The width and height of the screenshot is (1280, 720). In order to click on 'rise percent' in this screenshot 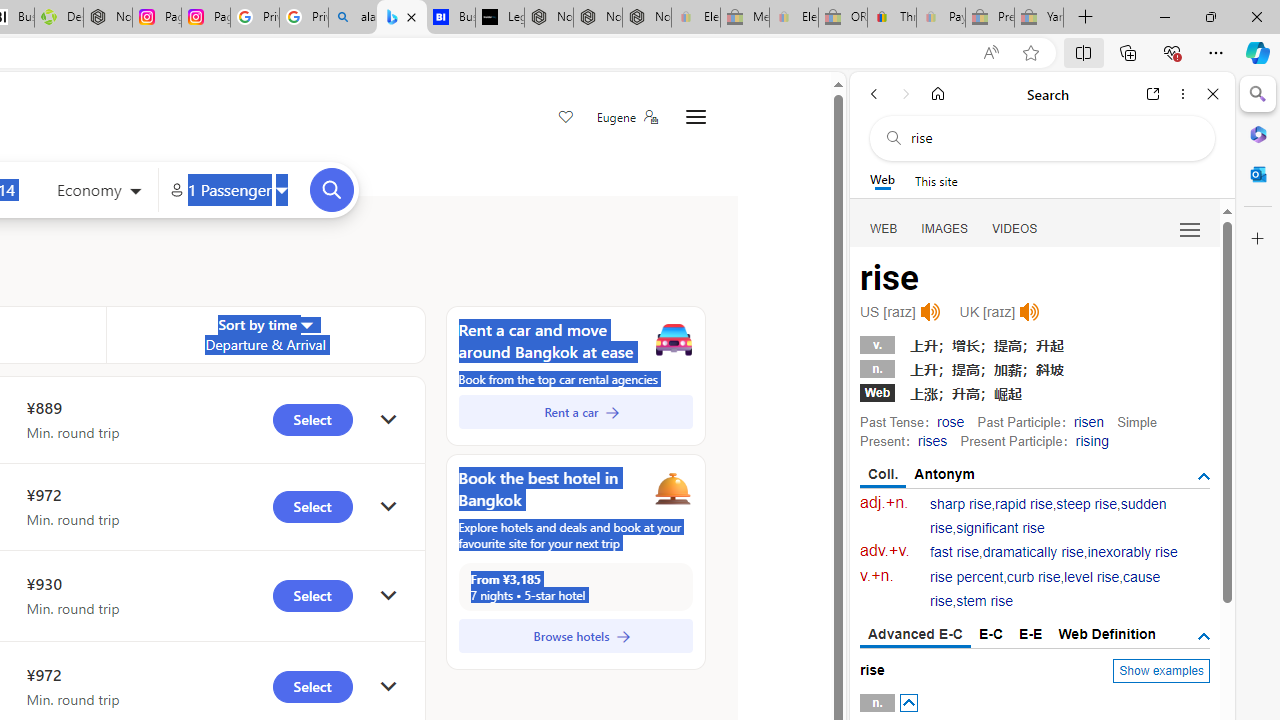, I will do `click(967, 577)`.